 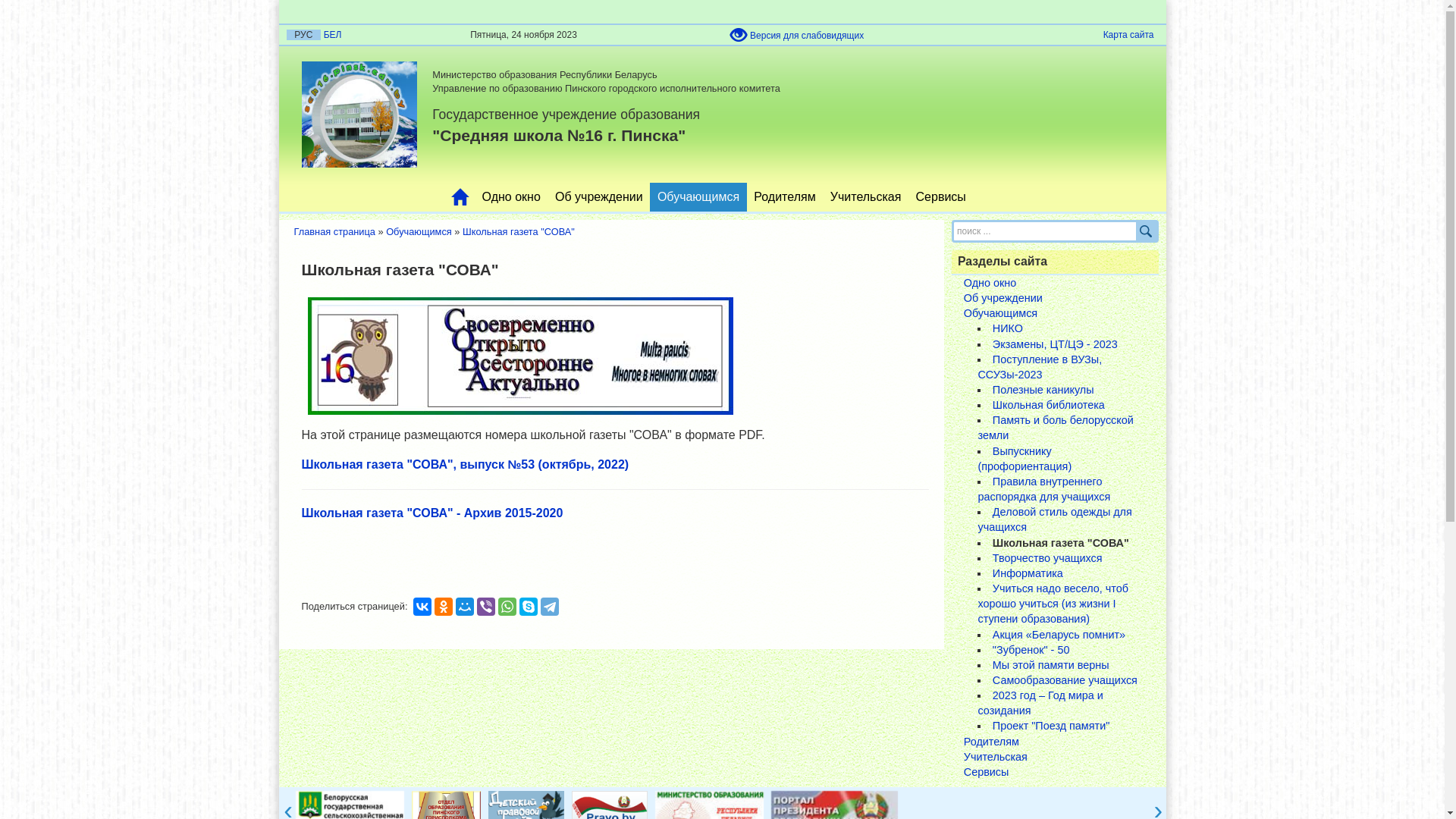 What do you see at coordinates (528, 605) in the screenshot?
I see `'Skype'` at bounding box center [528, 605].